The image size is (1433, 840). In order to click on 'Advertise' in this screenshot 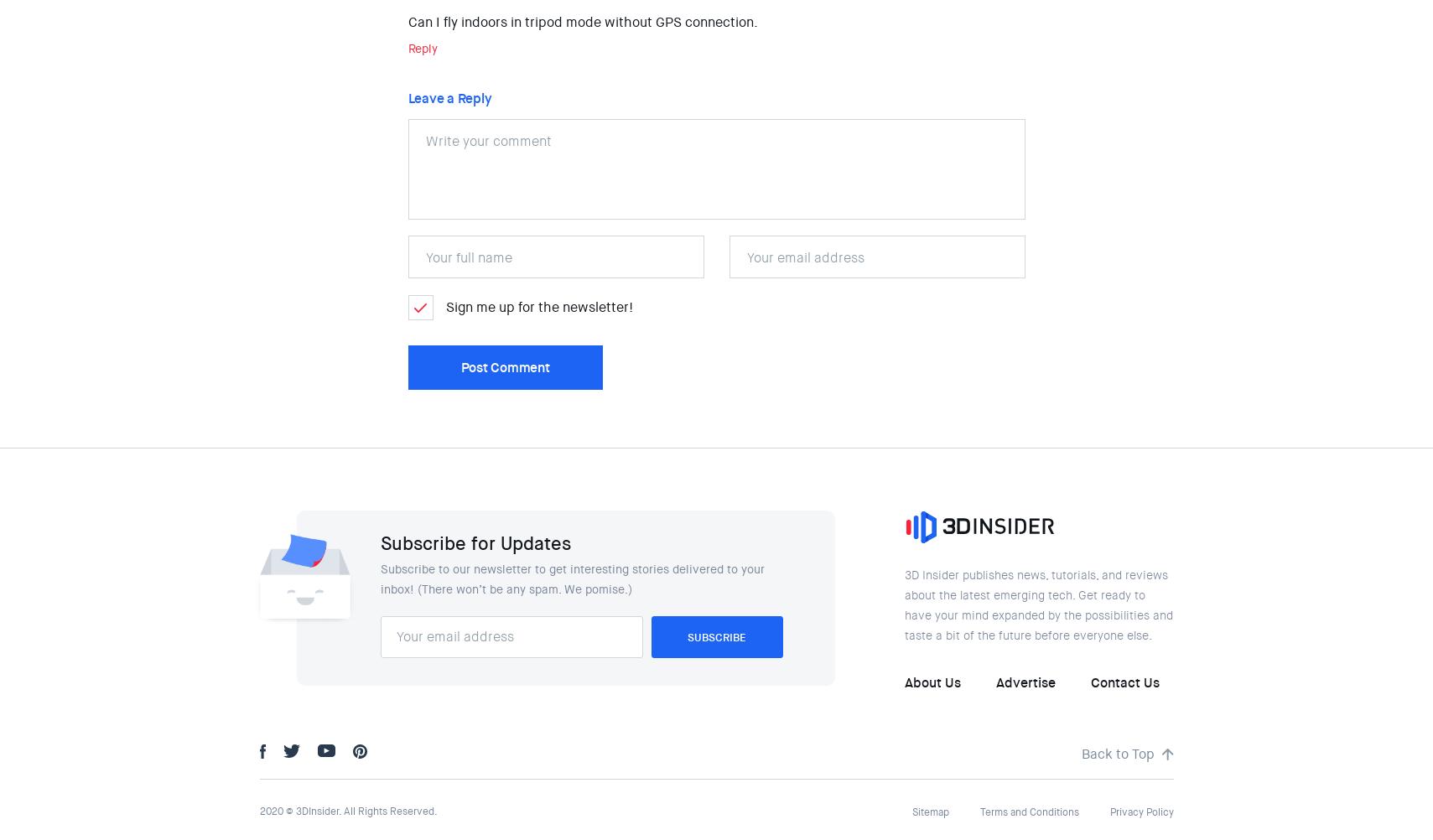, I will do `click(1025, 682)`.